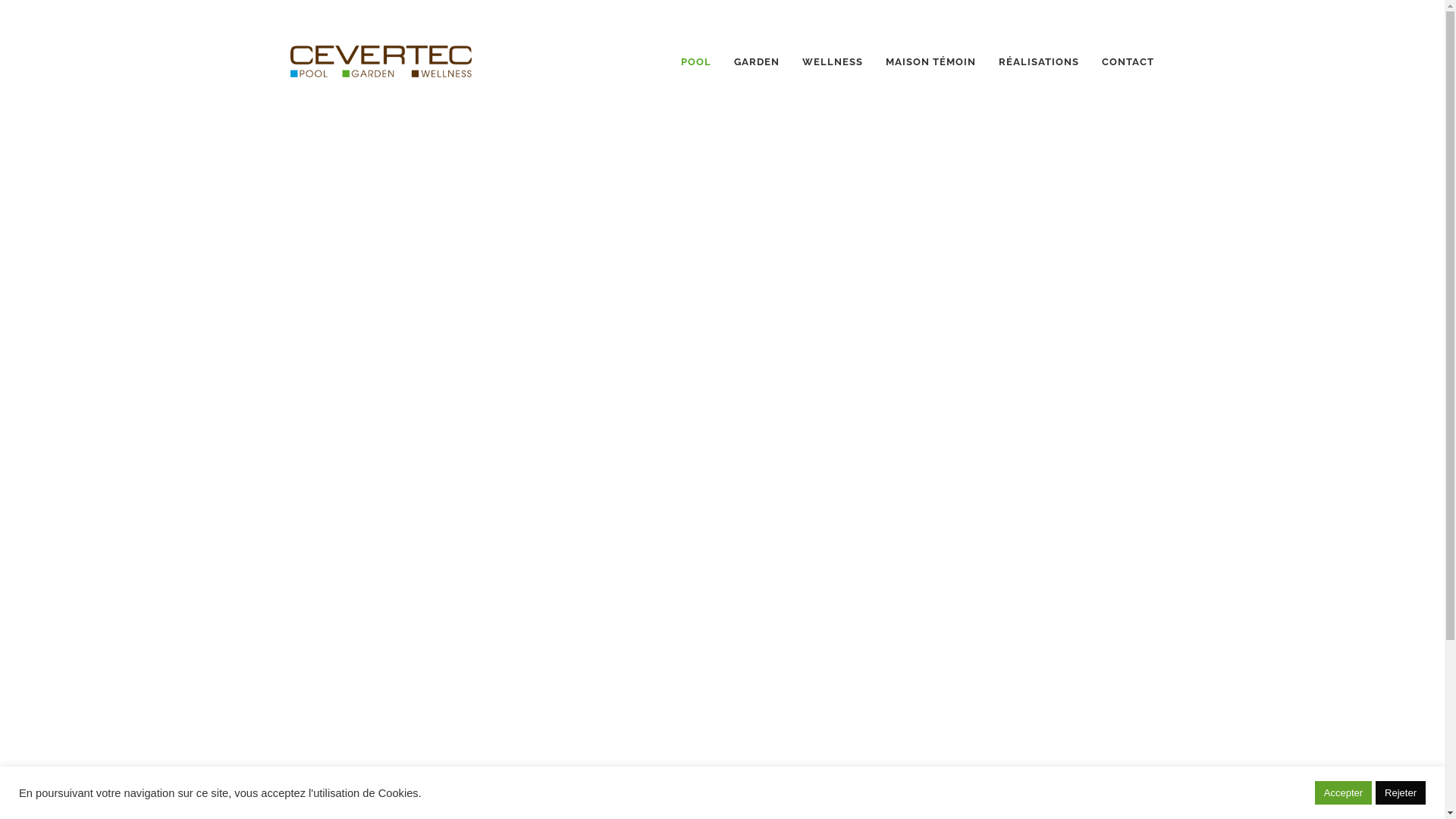  Describe the element at coordinates (1343, 792) in the screenshot. I see `'Accepter'` at that location.